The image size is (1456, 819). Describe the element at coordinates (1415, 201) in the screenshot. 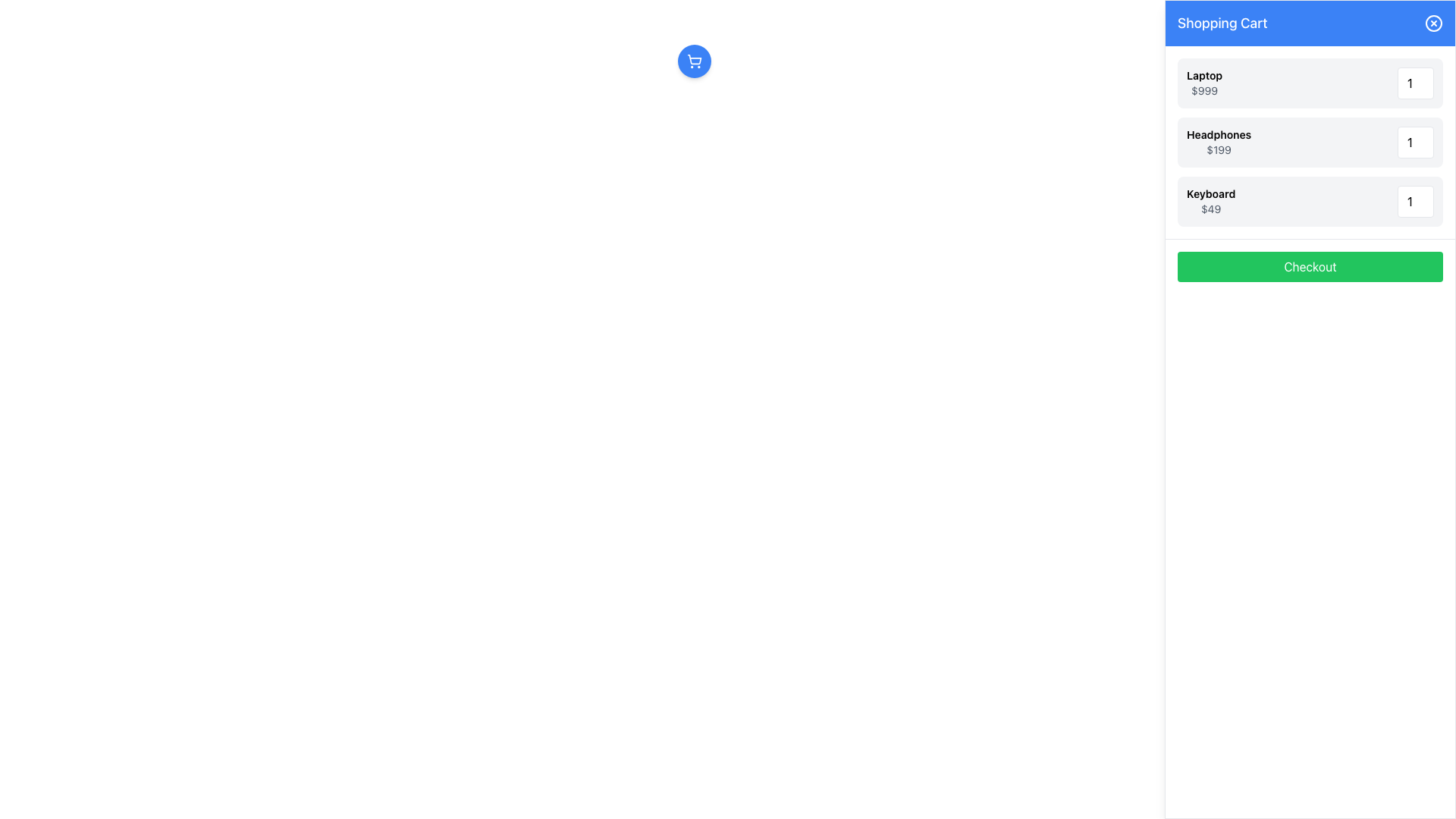

I see `the arrow keys` at that location.